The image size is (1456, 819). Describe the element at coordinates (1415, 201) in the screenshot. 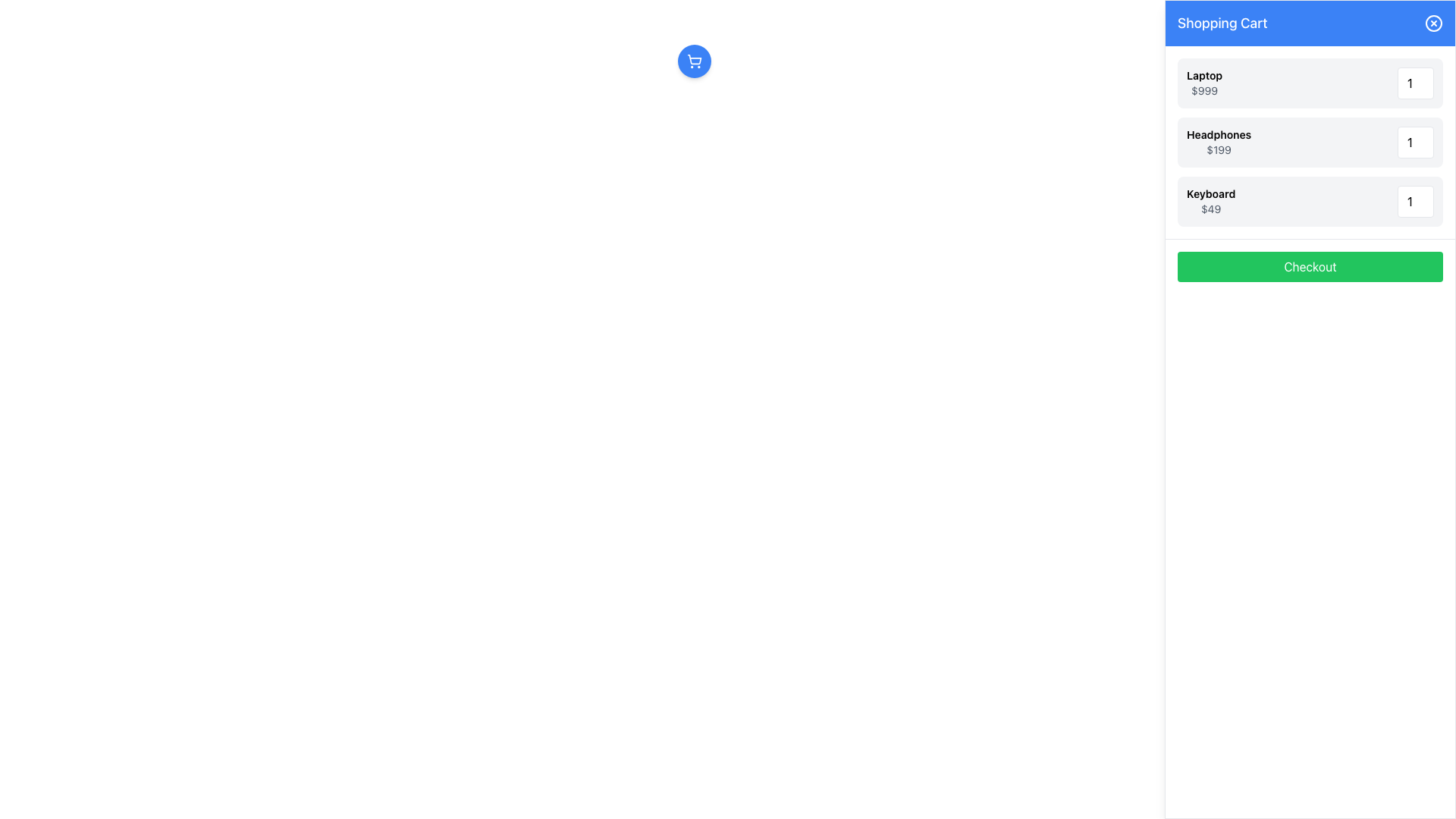

I see `the arrow keys` at that location.